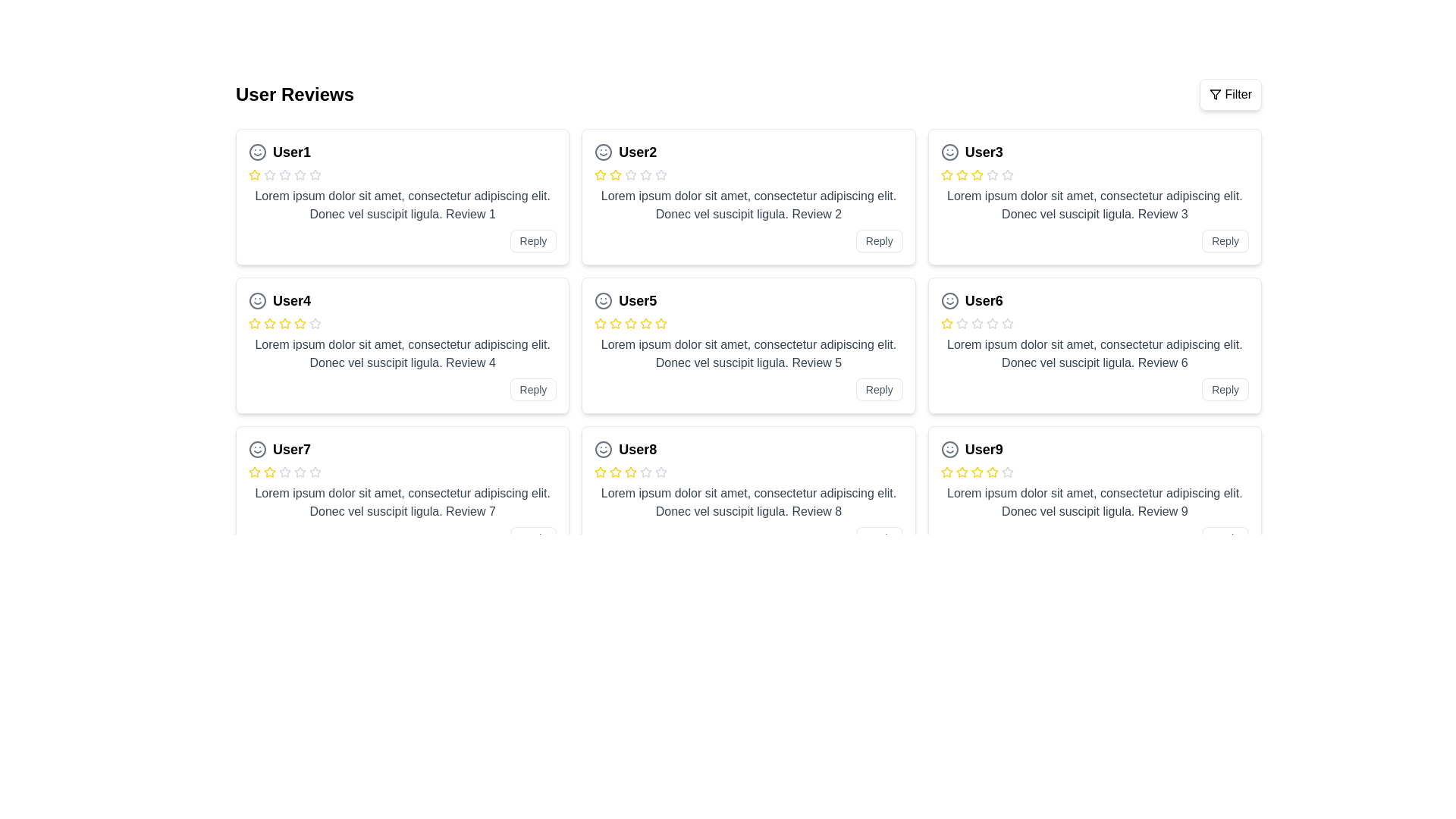 The height and width of the screenshot is (819, 1456). I want to click on the smiling face icon located next to the username 'User1' in the review block at the top-left corner of the reviews grid, so click(258, 152).